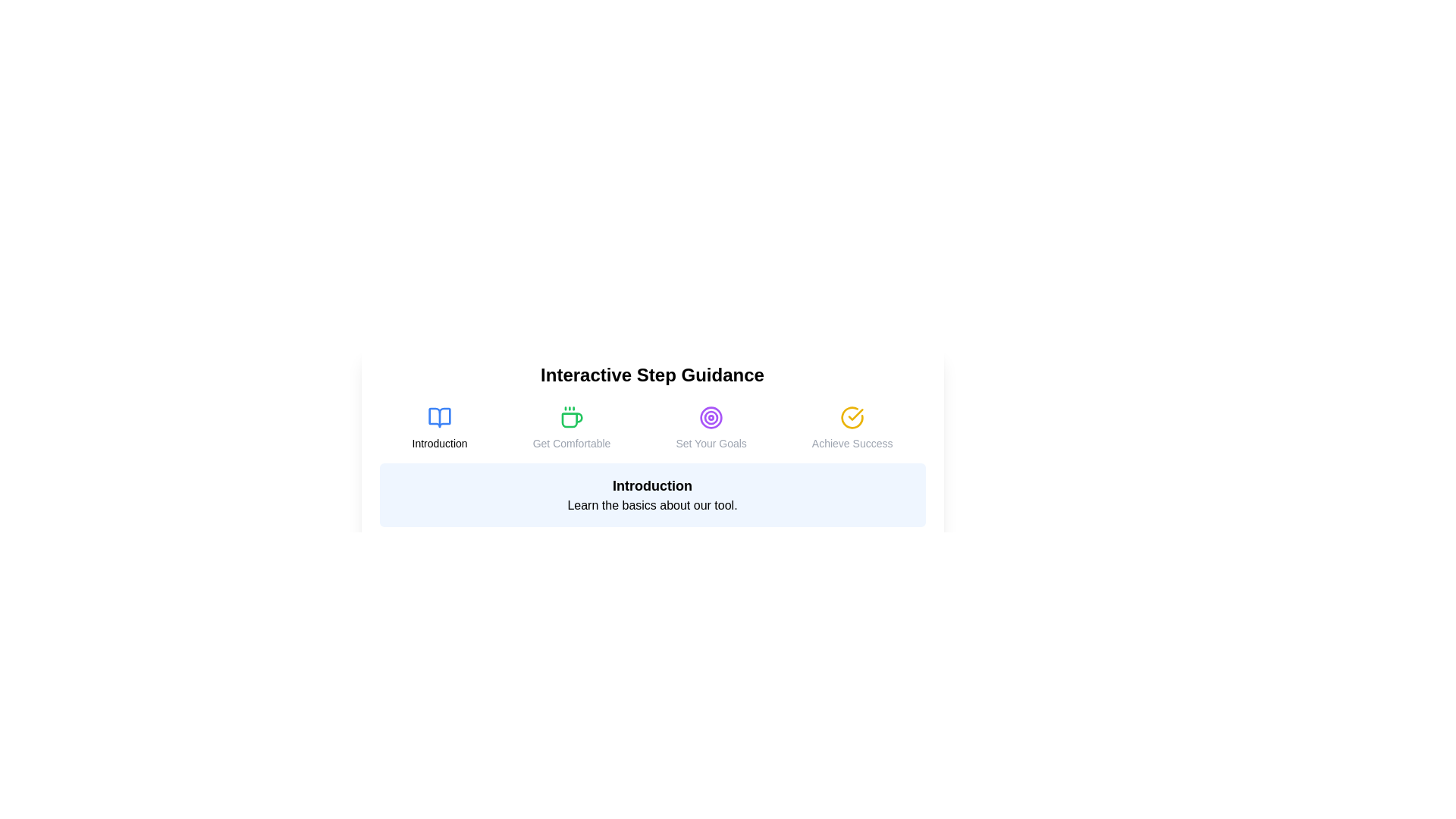  What do you see at coordinates (439, 418) in the screenshot?
I see `the blue outlined icon representing an open book, which is the first icon in a step-by-step navigation interface located above the text label 'Introduction'` at bounding box center [439, 418].